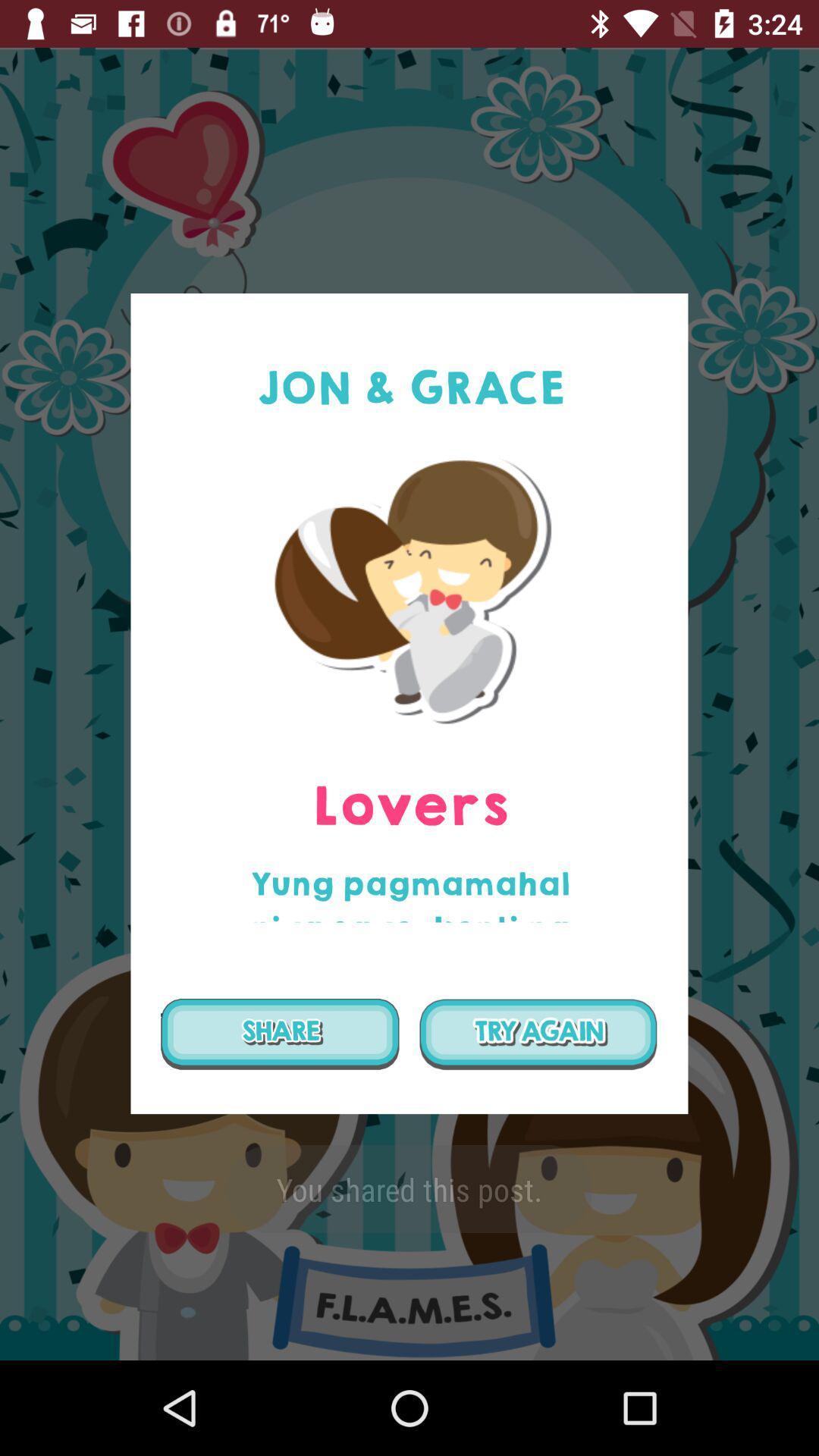 Image resolution: width=819 pixels, height=1456 pixels. I want to click on try again button, so click(538, 1033).